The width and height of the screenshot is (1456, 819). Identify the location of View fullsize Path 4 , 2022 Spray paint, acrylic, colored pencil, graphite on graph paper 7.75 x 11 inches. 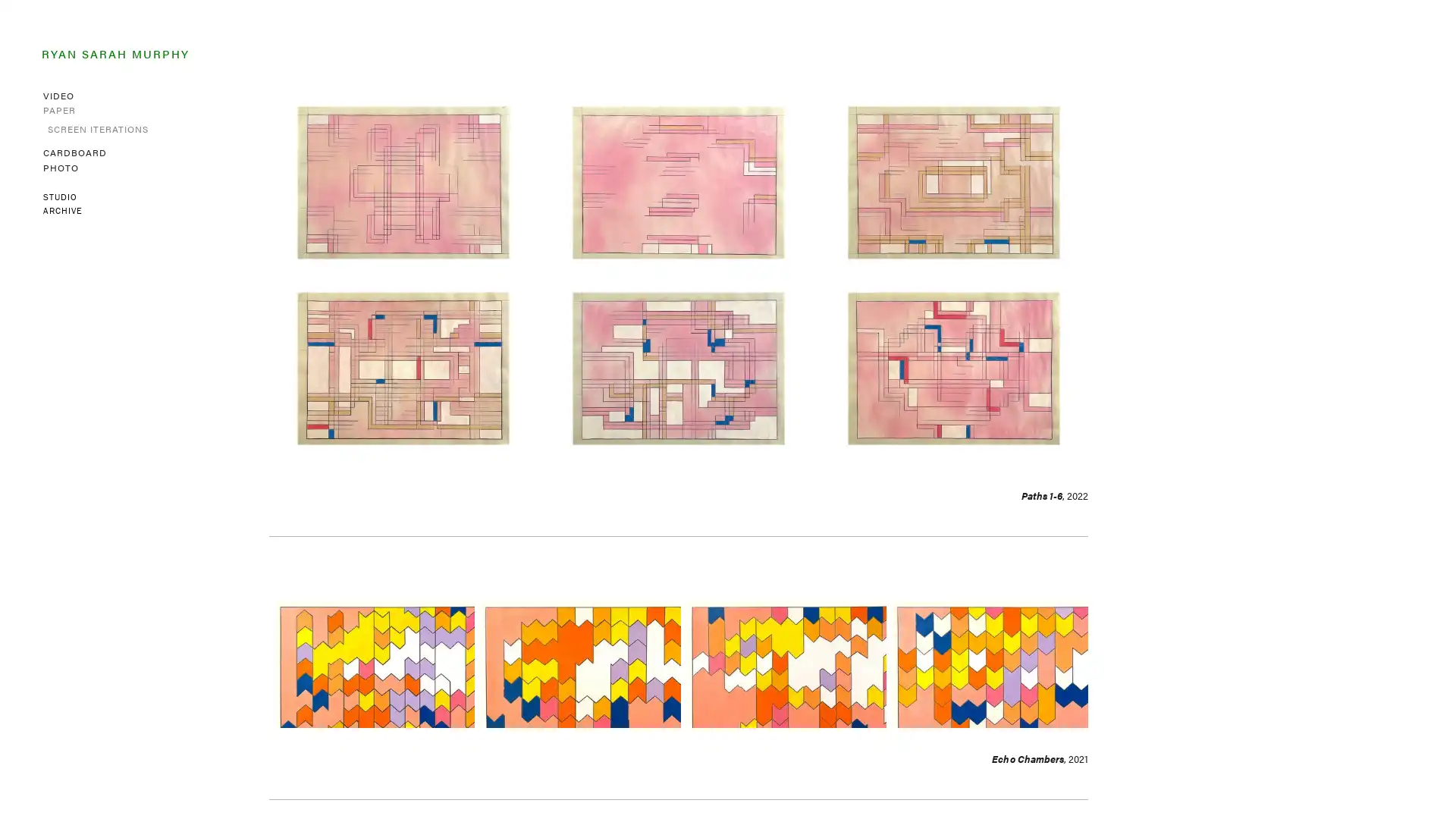
(403, 368).